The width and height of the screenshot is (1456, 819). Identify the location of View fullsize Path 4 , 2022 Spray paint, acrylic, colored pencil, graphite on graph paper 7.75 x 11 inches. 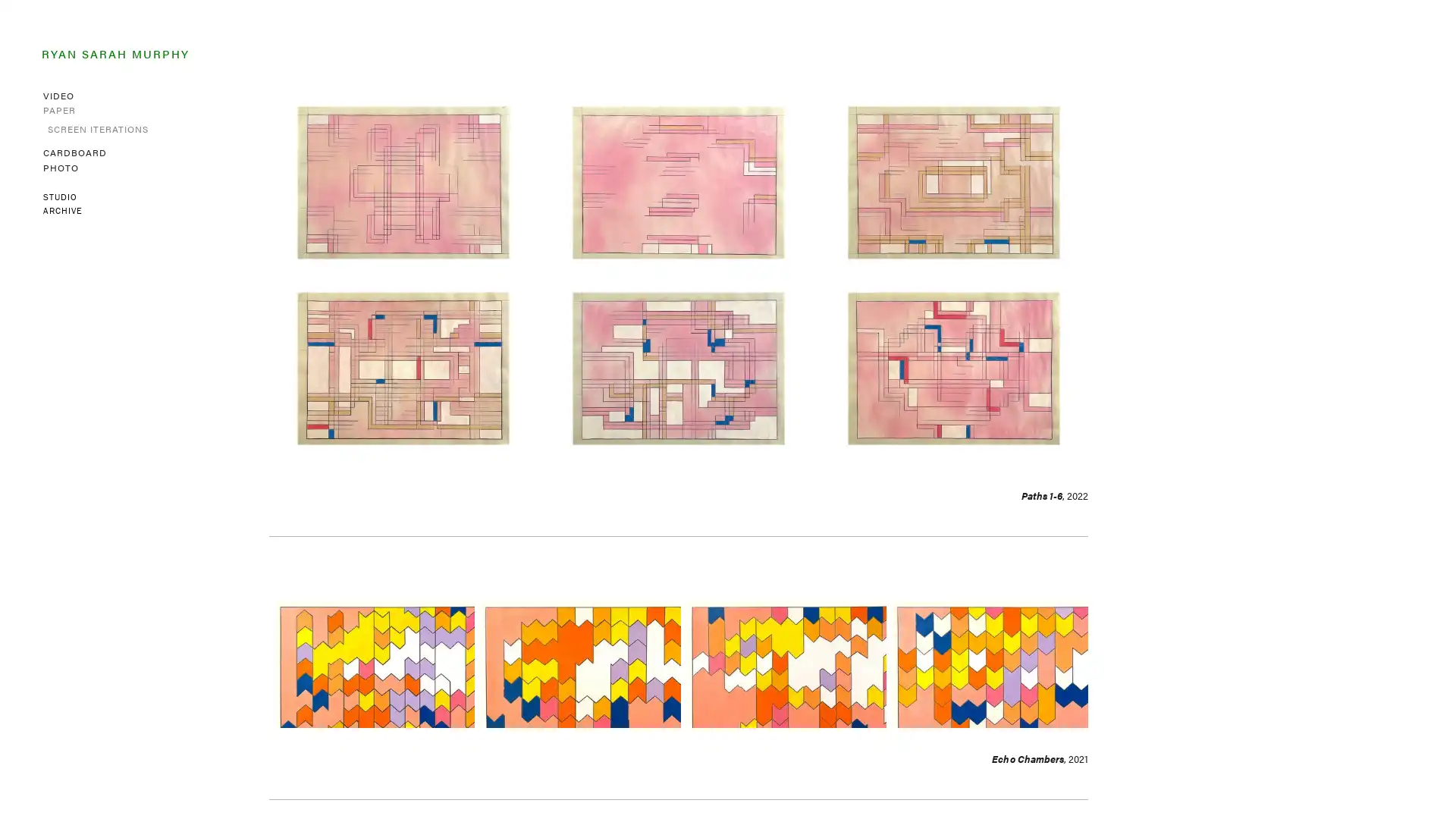
(403, 368).